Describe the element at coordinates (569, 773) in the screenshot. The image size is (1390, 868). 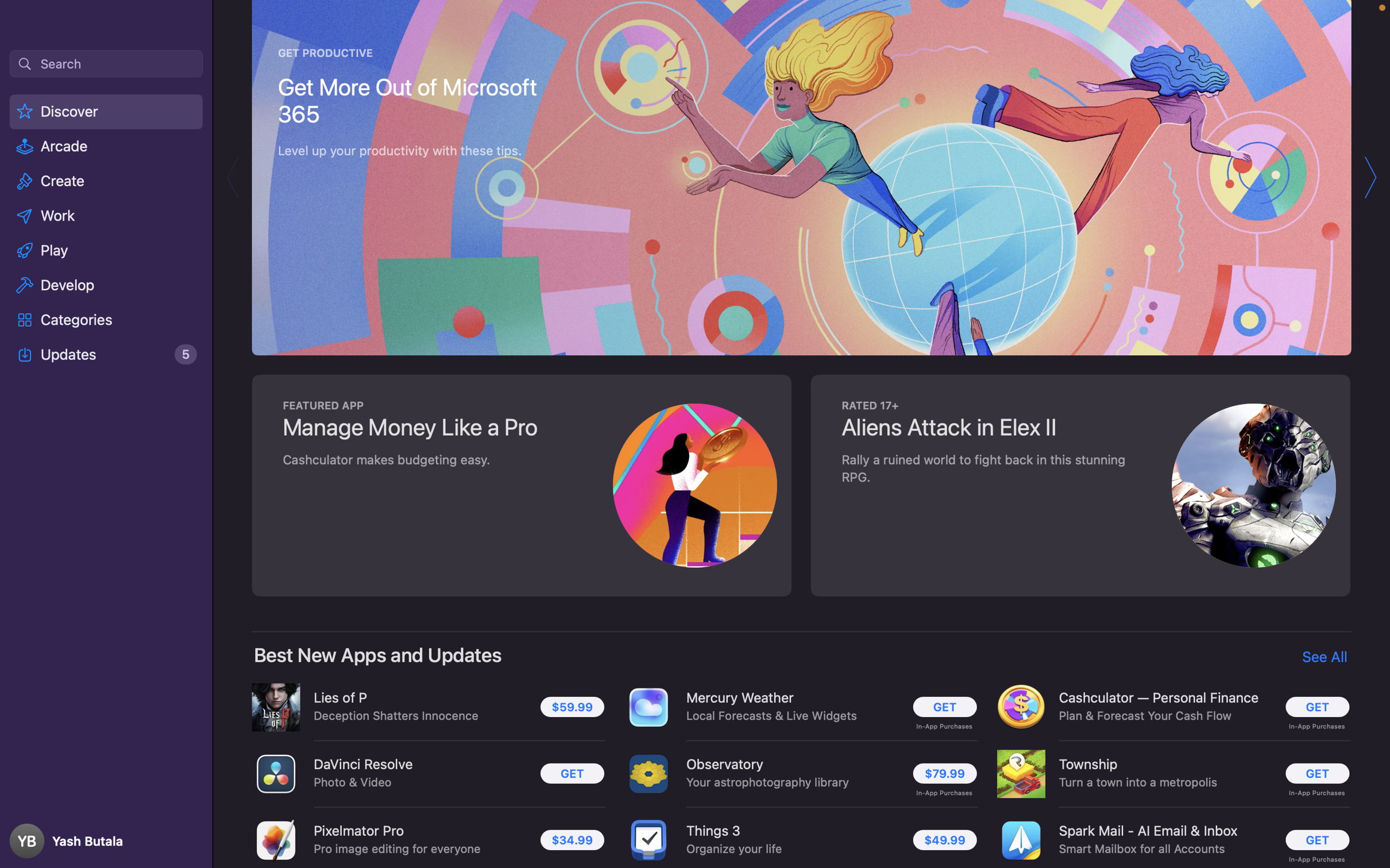
I see `Install the "DaVinci Resolve" application` at that location.